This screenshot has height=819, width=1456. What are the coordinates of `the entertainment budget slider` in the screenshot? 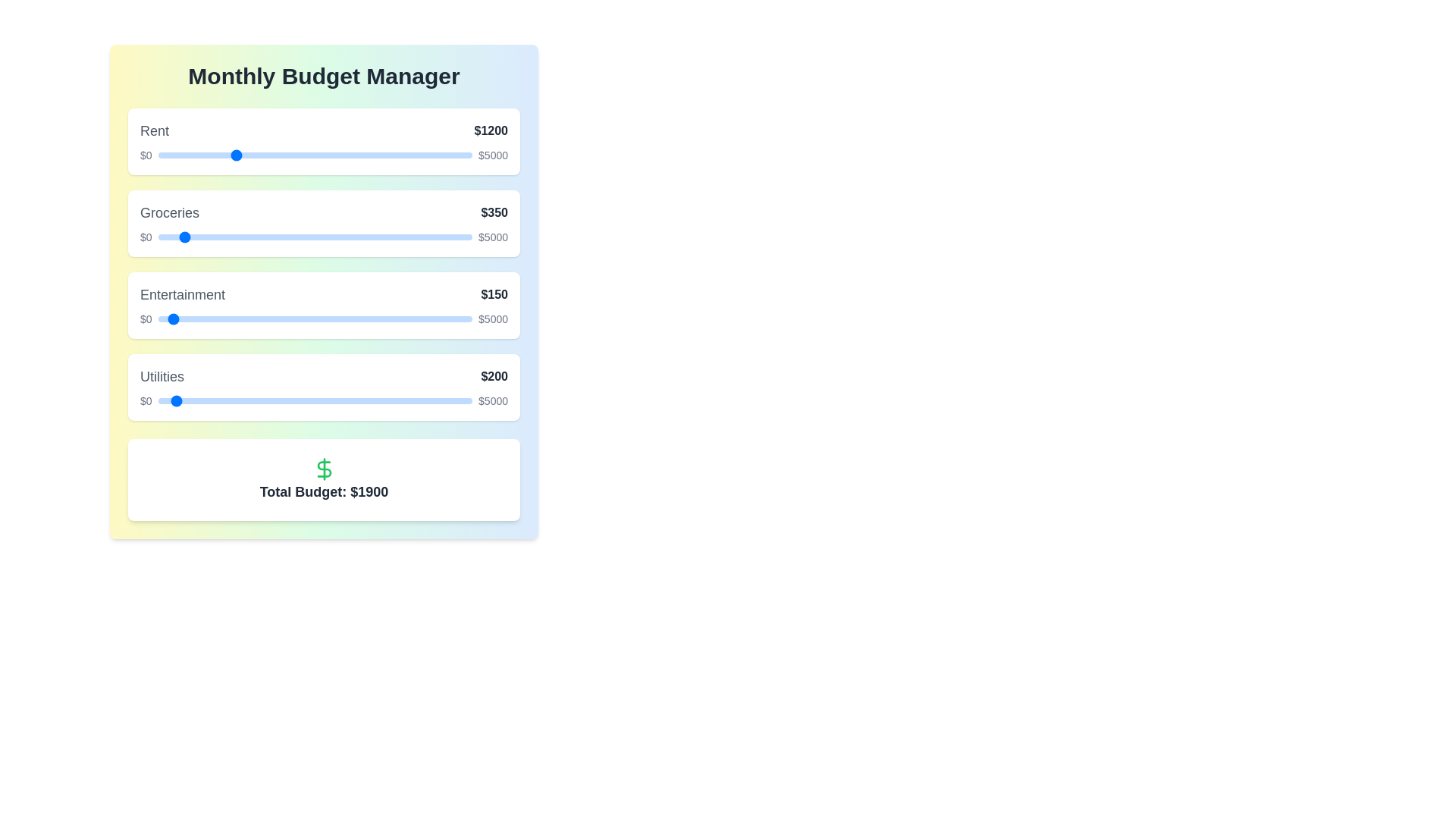 It's located at (452, 318).